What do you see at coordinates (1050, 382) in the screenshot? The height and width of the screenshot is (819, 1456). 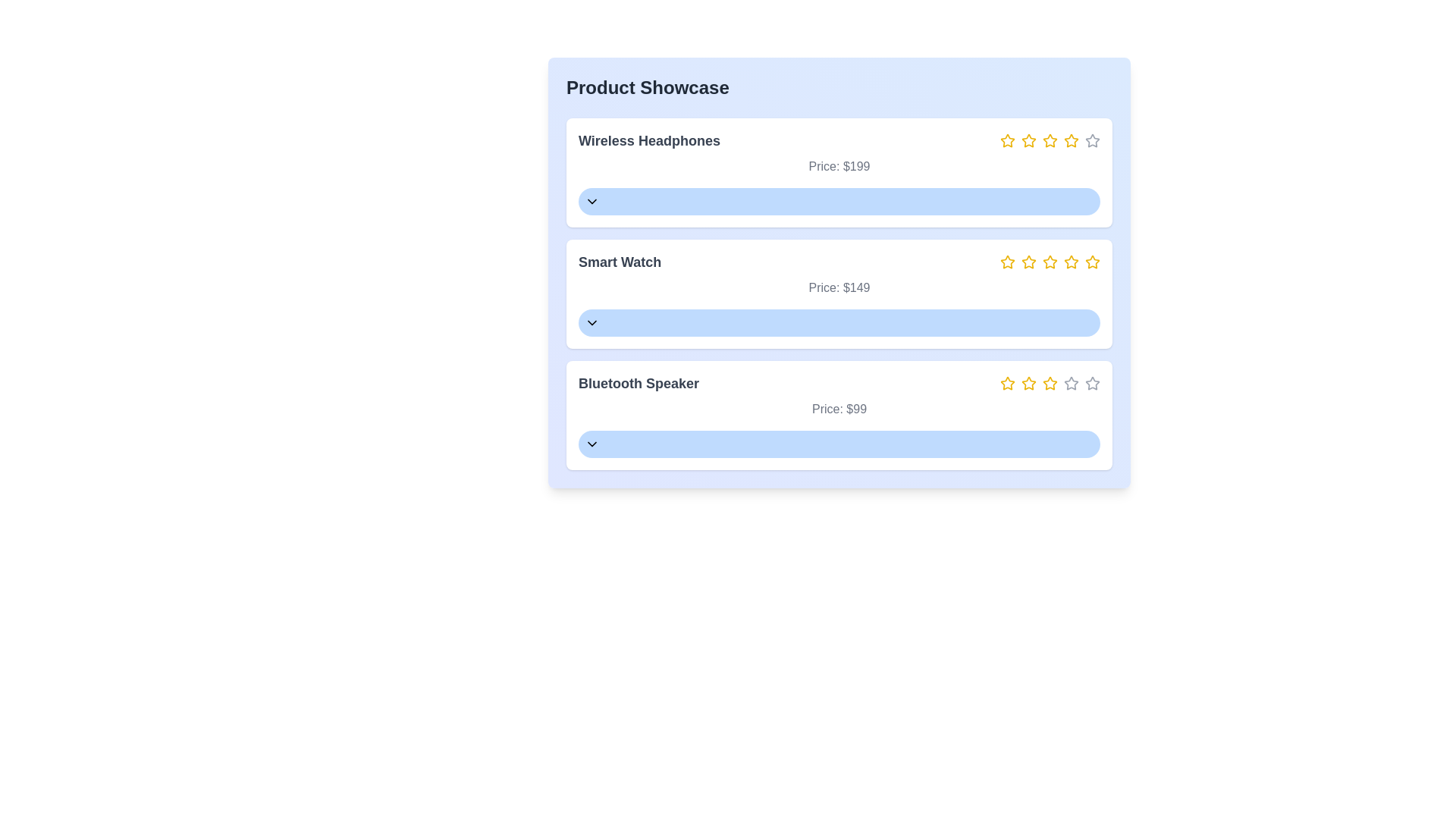 I see `the third yellow star icon in the 5-star rating system for the Bluetooth Speaker product` at bounding box center [1050, 382].